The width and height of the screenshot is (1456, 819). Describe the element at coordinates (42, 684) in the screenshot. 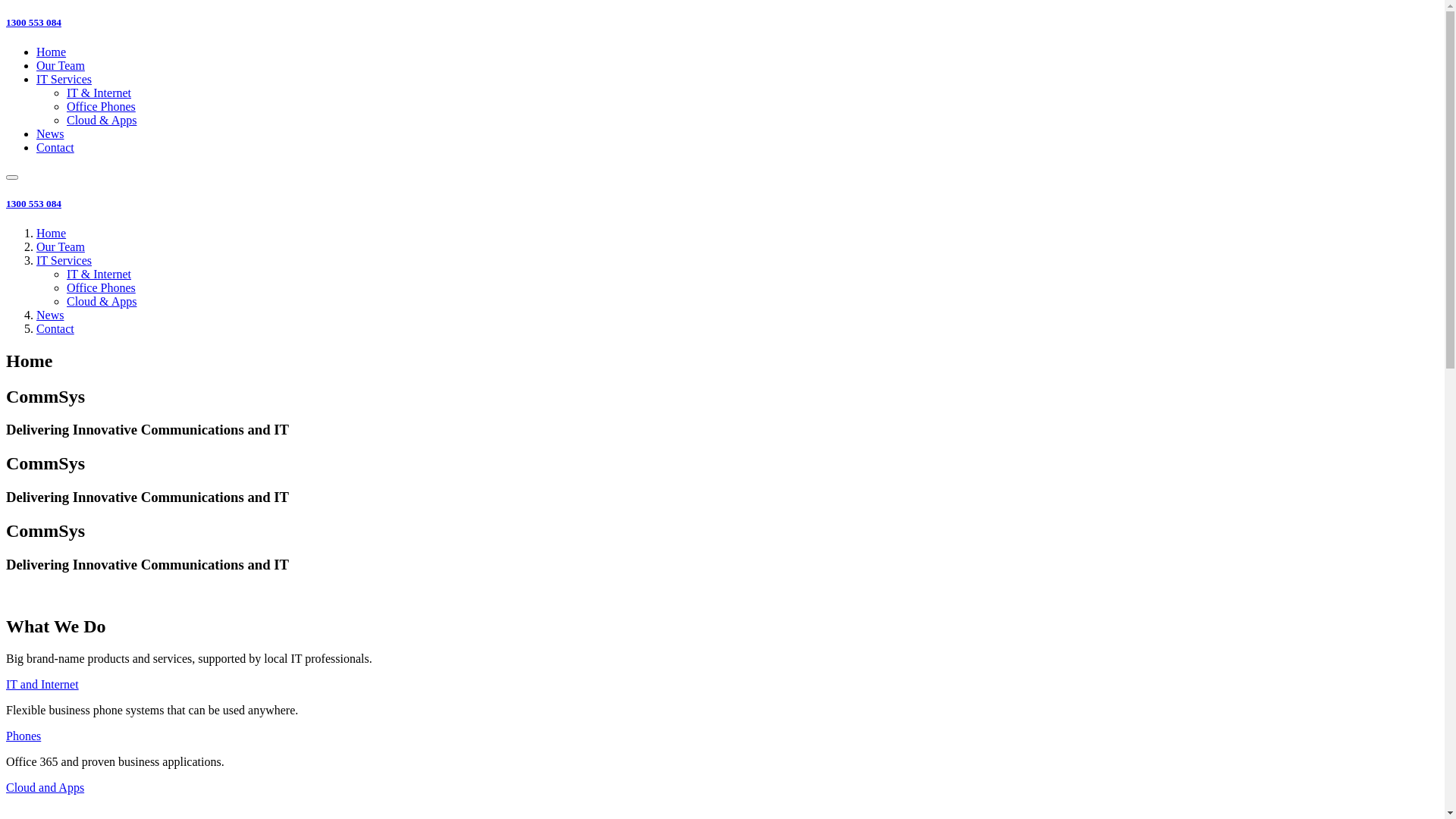

I see `'IT and Internet'` at that location.